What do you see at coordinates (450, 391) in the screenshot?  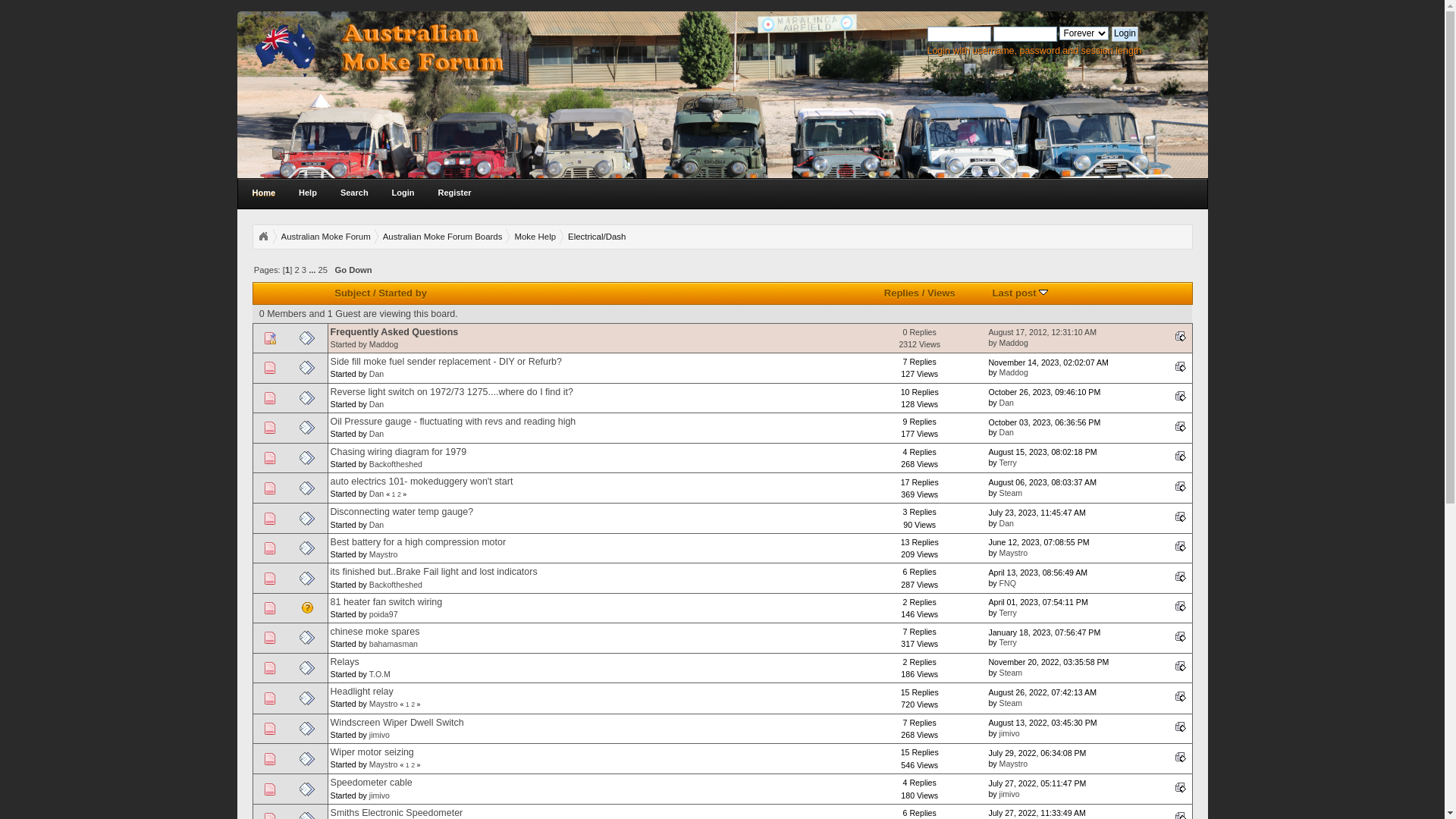 I see `'Reverse light switch on 1972/73 1275....where do I find it?'` at bounding box center [450, 391].